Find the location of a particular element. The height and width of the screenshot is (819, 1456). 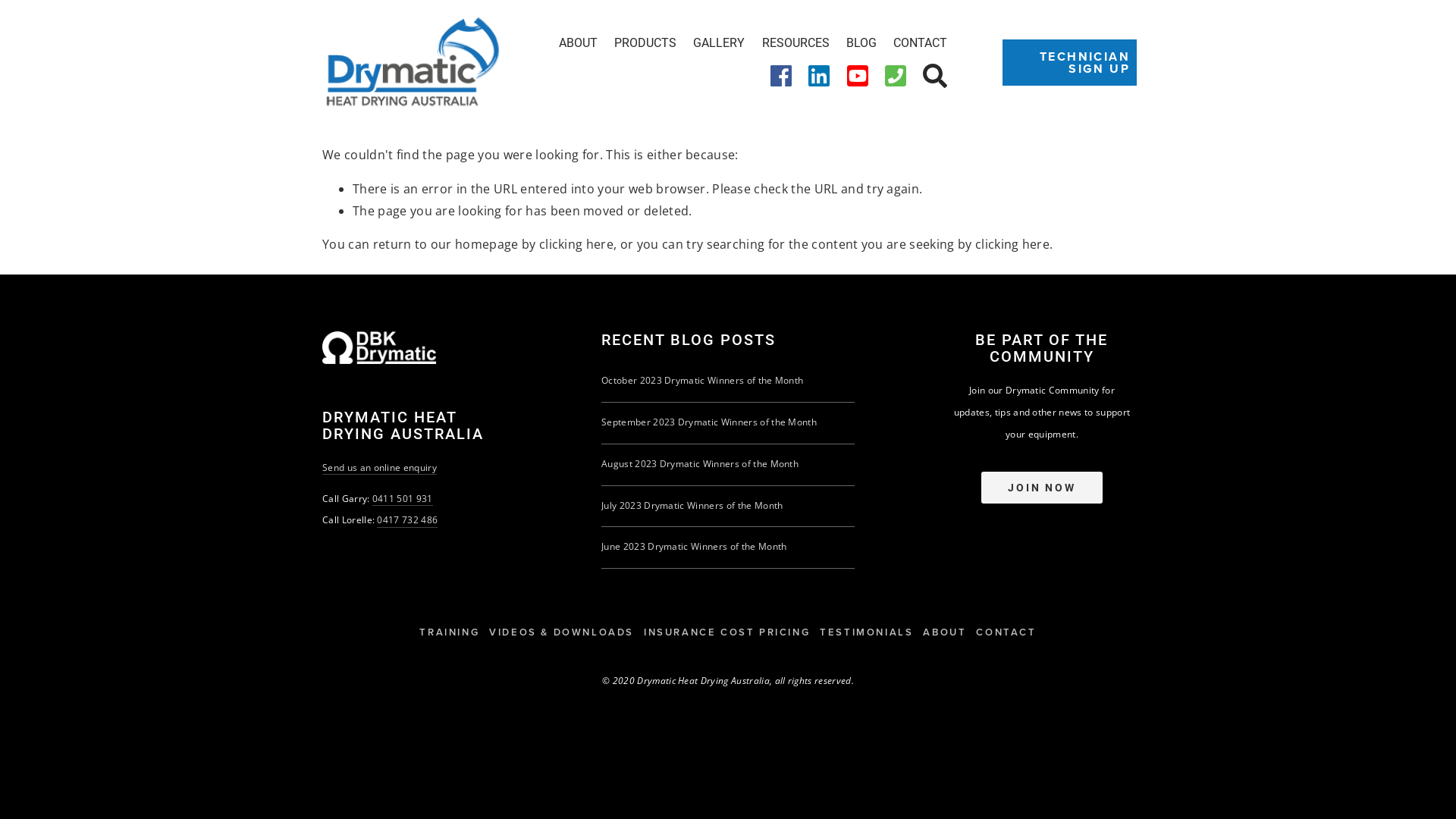

'0417 732 486' is located at coordinates (377, 519).